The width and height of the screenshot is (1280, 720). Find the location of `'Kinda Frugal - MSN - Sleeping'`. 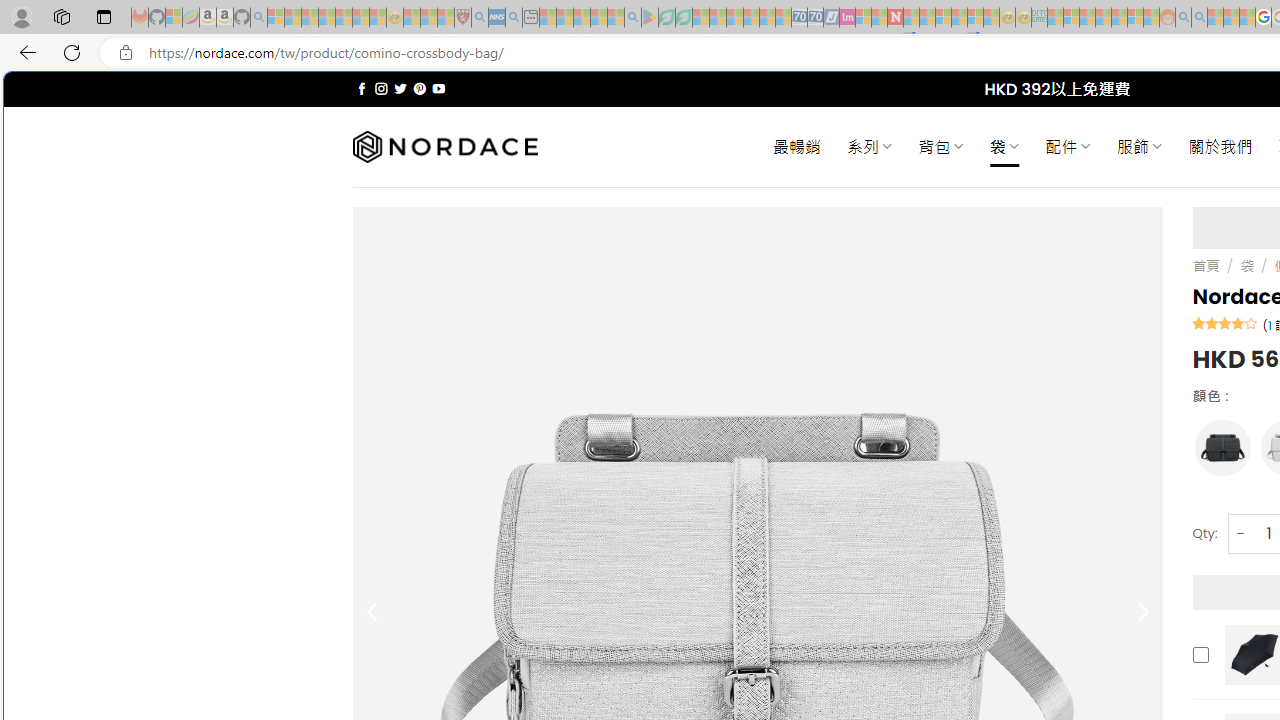

'Kinda Frugal - MSN - Sleeping' is located at coordinates (1120, 17).